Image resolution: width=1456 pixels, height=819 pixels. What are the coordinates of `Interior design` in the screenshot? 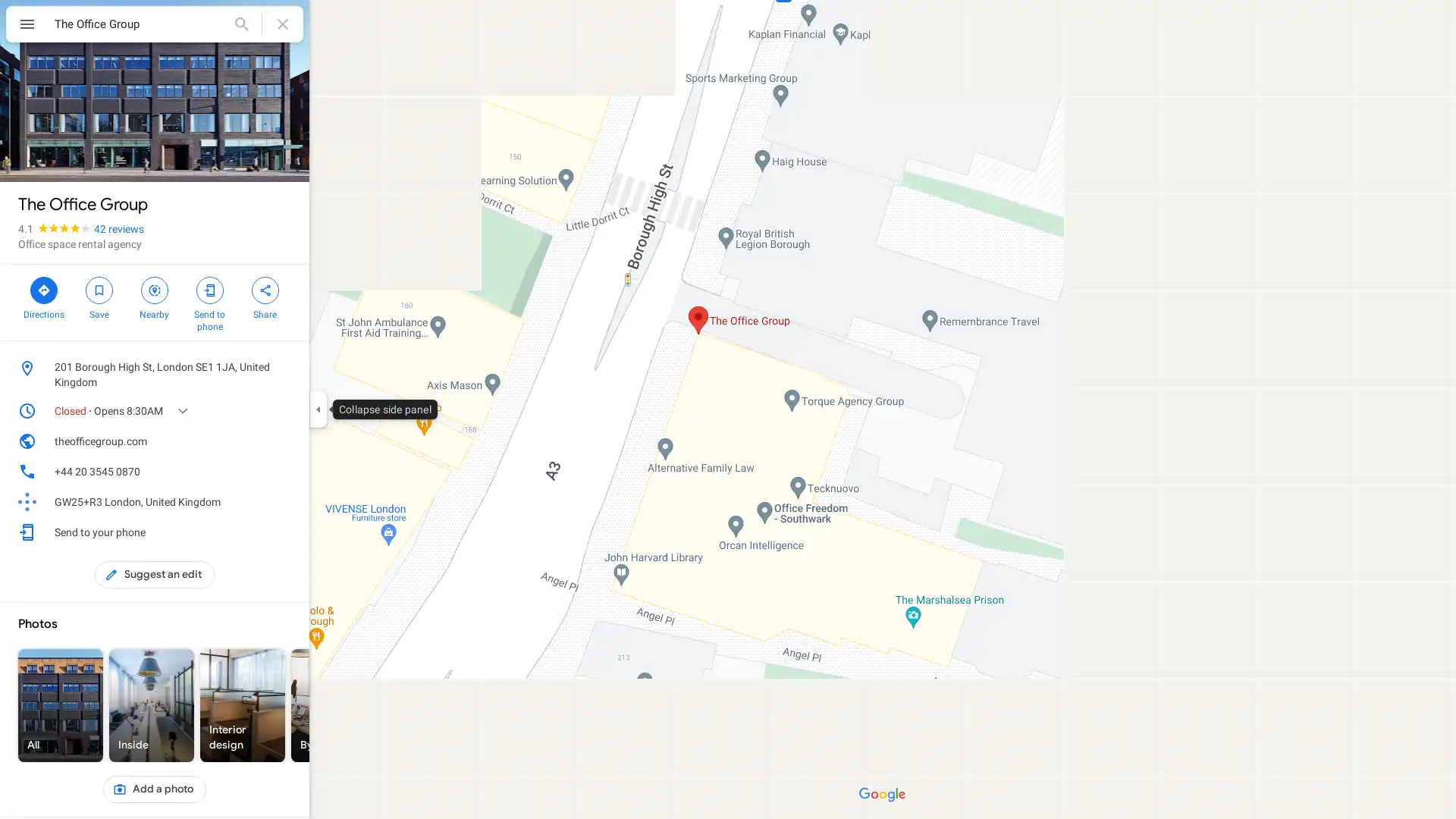 It's located at (243, 705).